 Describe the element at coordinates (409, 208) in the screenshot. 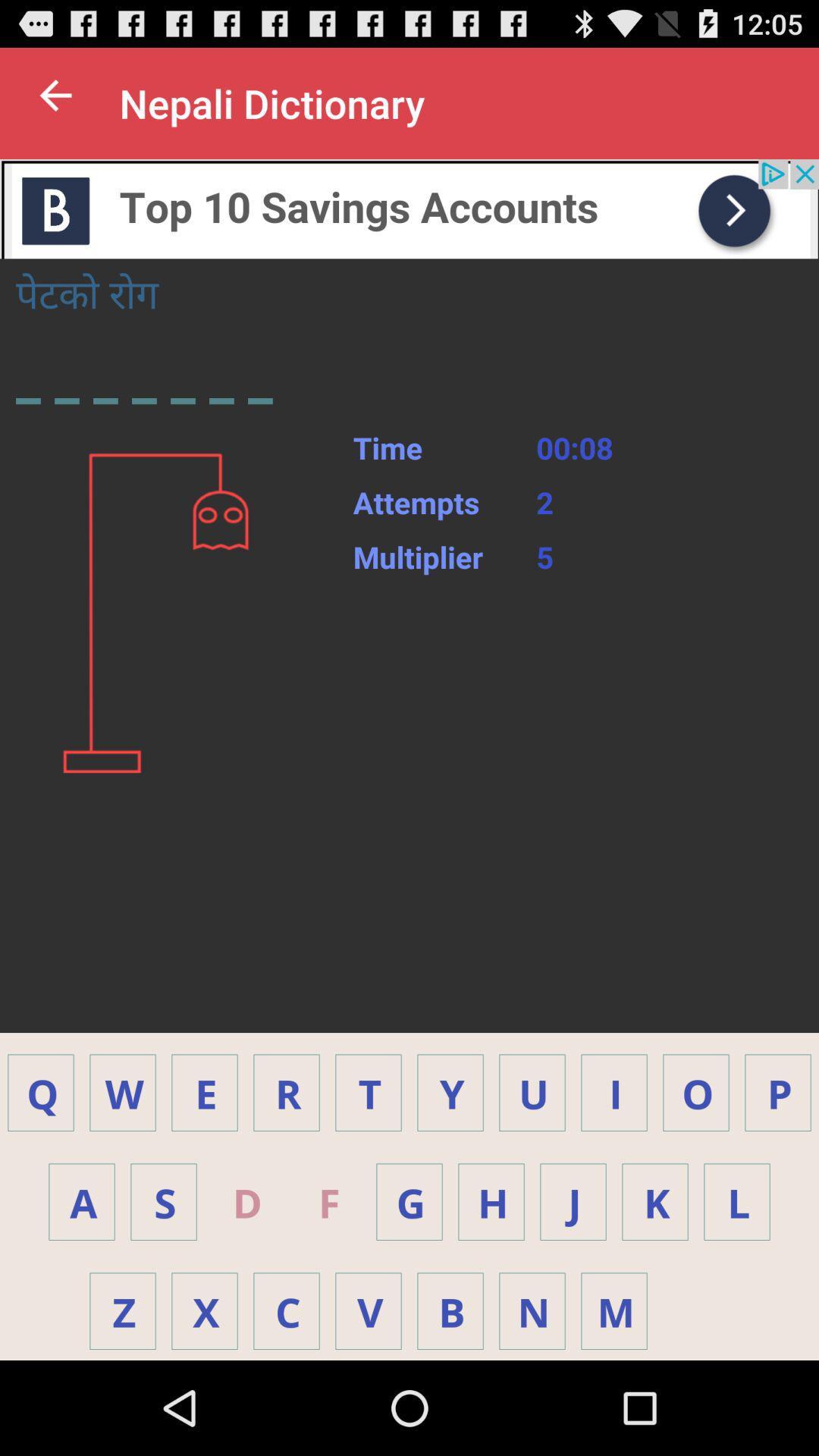

I see `advertisement` at that location.